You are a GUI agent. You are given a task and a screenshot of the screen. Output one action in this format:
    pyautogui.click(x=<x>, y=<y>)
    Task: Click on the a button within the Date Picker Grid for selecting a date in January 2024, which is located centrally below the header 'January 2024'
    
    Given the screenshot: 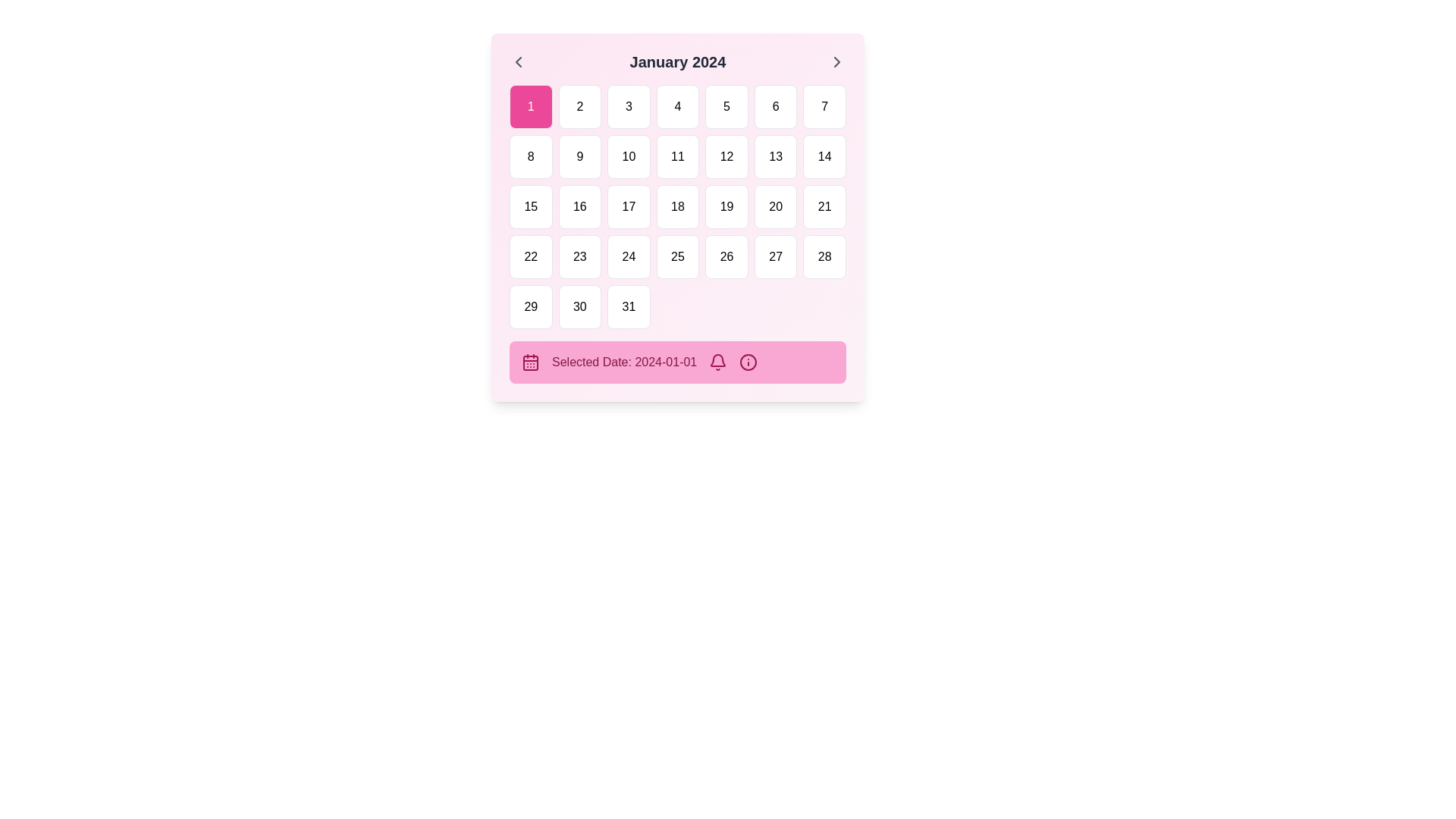 What is the action you would take?
    pyautogui.click(x=676, y=207)
    